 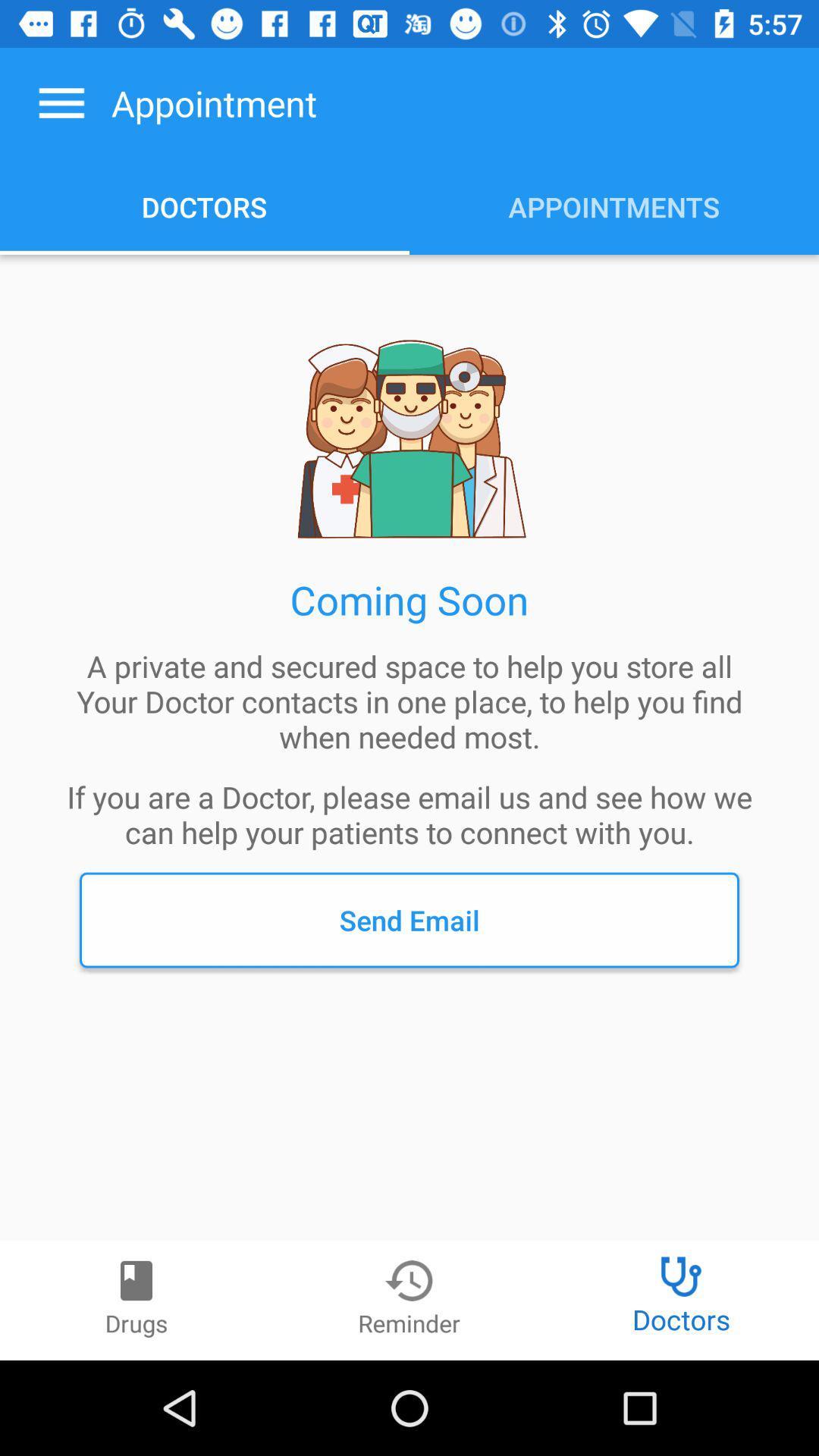 What do you see at coordinates (61, 102) in the screenshot?
I see `the item next to the appointment icon` at bounding box center [61, 102].